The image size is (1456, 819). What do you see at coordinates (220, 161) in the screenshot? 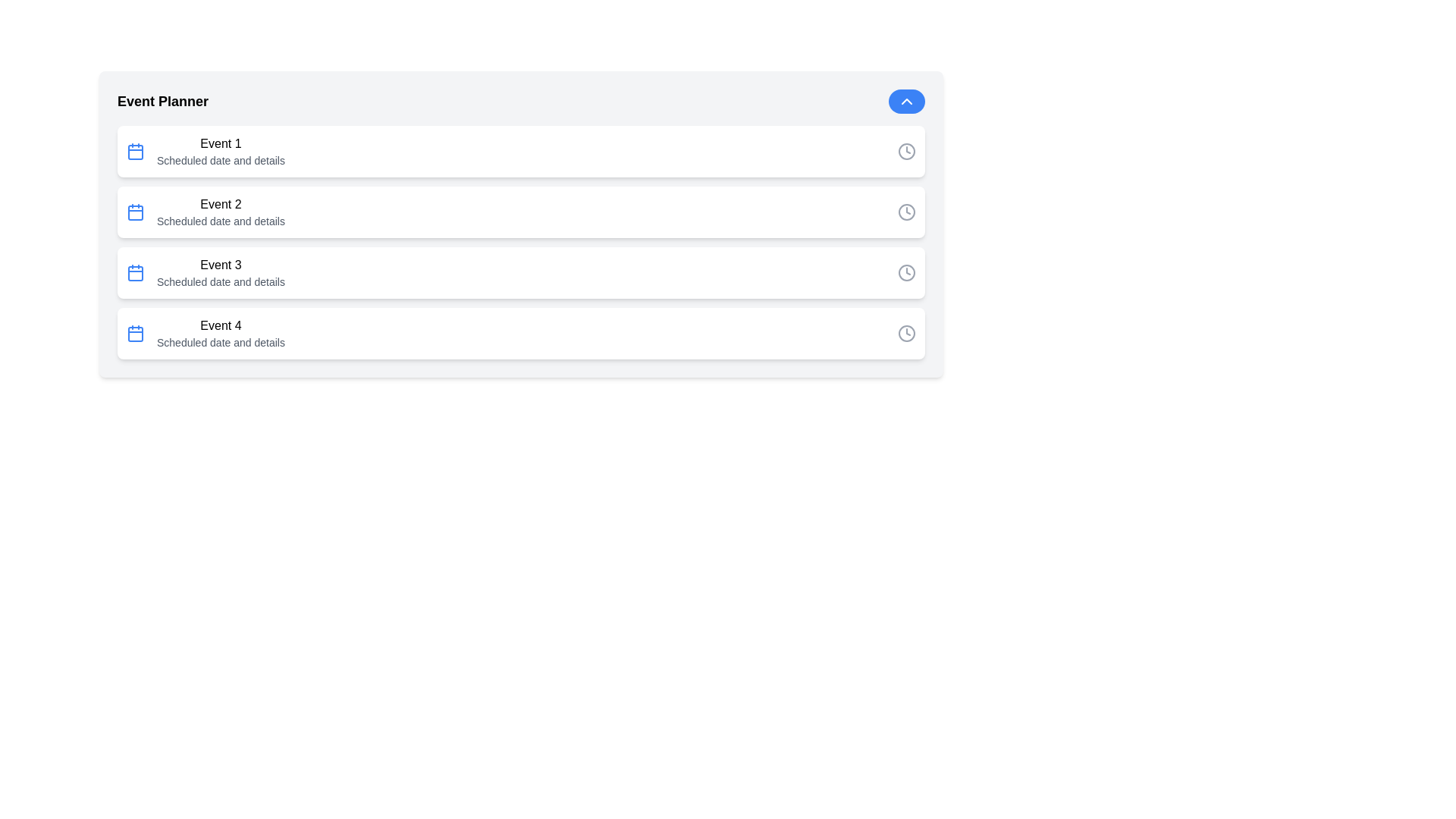
I see `additional information about the scheduling and details associated with 'Event 1' located inside the first list item under the heading 'Event Planner.'` at bounding box center [220, 161].